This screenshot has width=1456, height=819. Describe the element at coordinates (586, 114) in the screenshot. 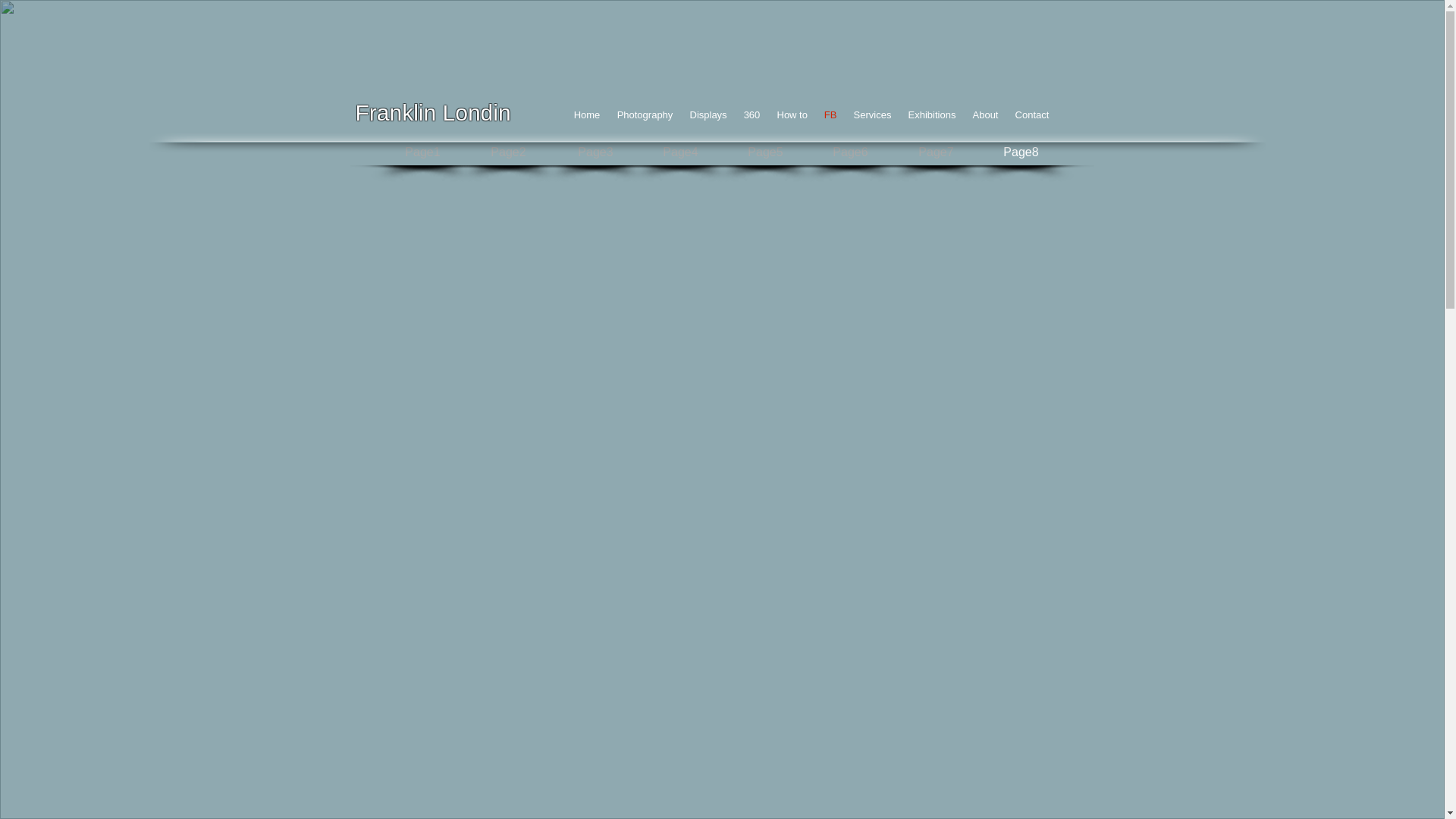

I see `'Home'` at that location.